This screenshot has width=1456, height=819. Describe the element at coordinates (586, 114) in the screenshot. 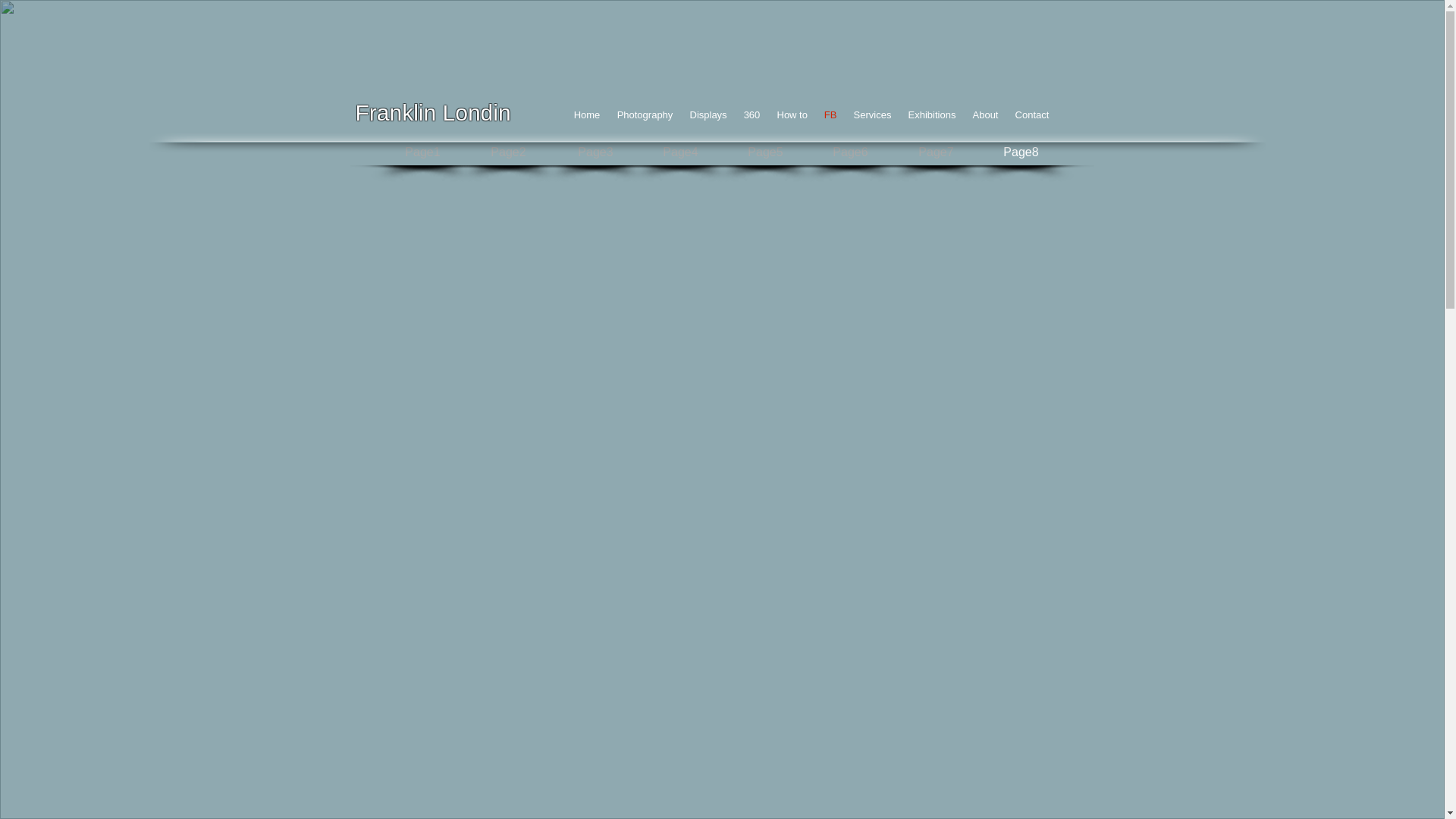

I see `'Home'` at that location.